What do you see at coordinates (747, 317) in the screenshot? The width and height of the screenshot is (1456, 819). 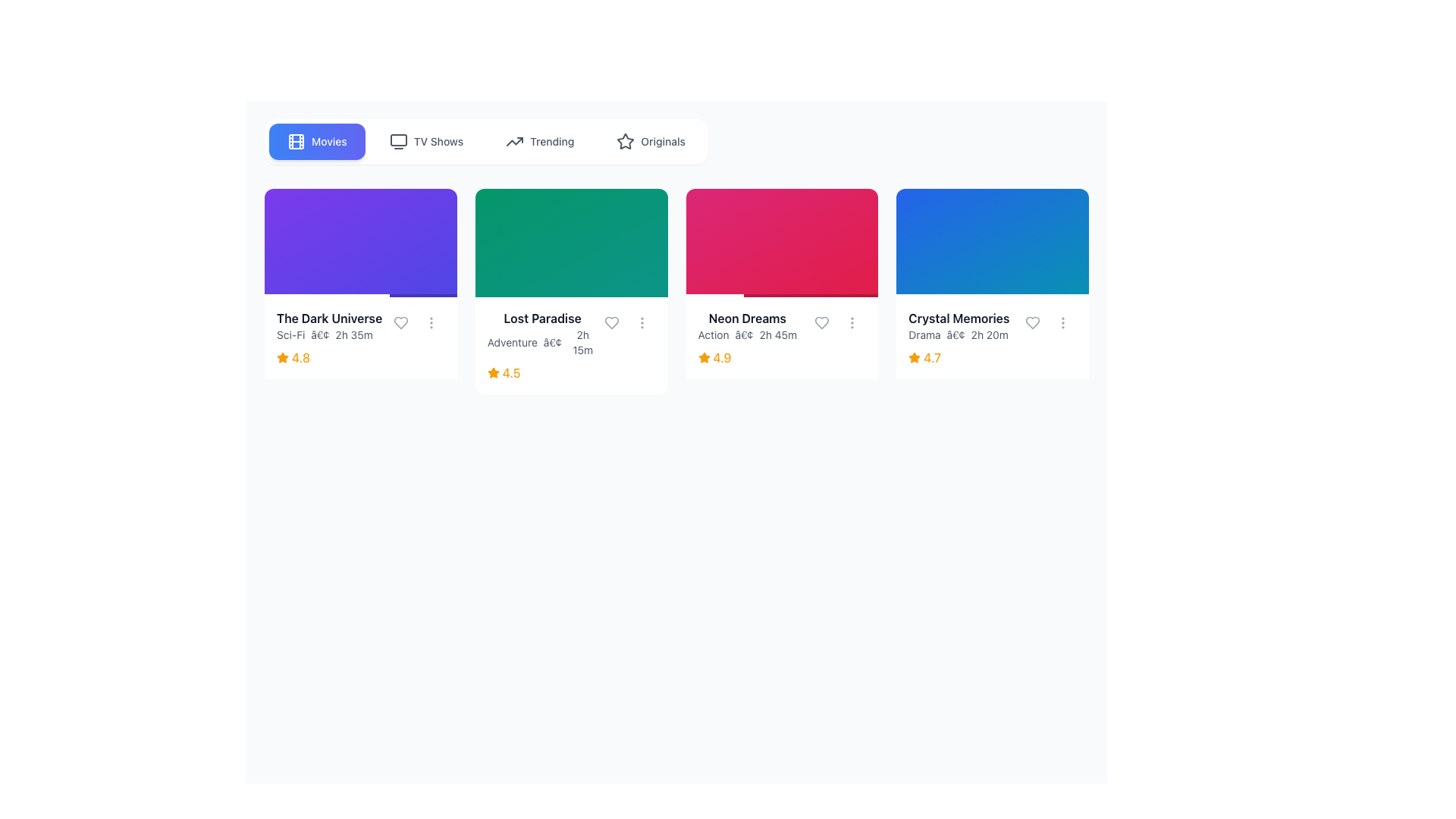 I see `the text label displaying 'Neon Dreams', which is styled in bold and prominently positioned in the upper section of the movie card` at bounding box center [747, 317].